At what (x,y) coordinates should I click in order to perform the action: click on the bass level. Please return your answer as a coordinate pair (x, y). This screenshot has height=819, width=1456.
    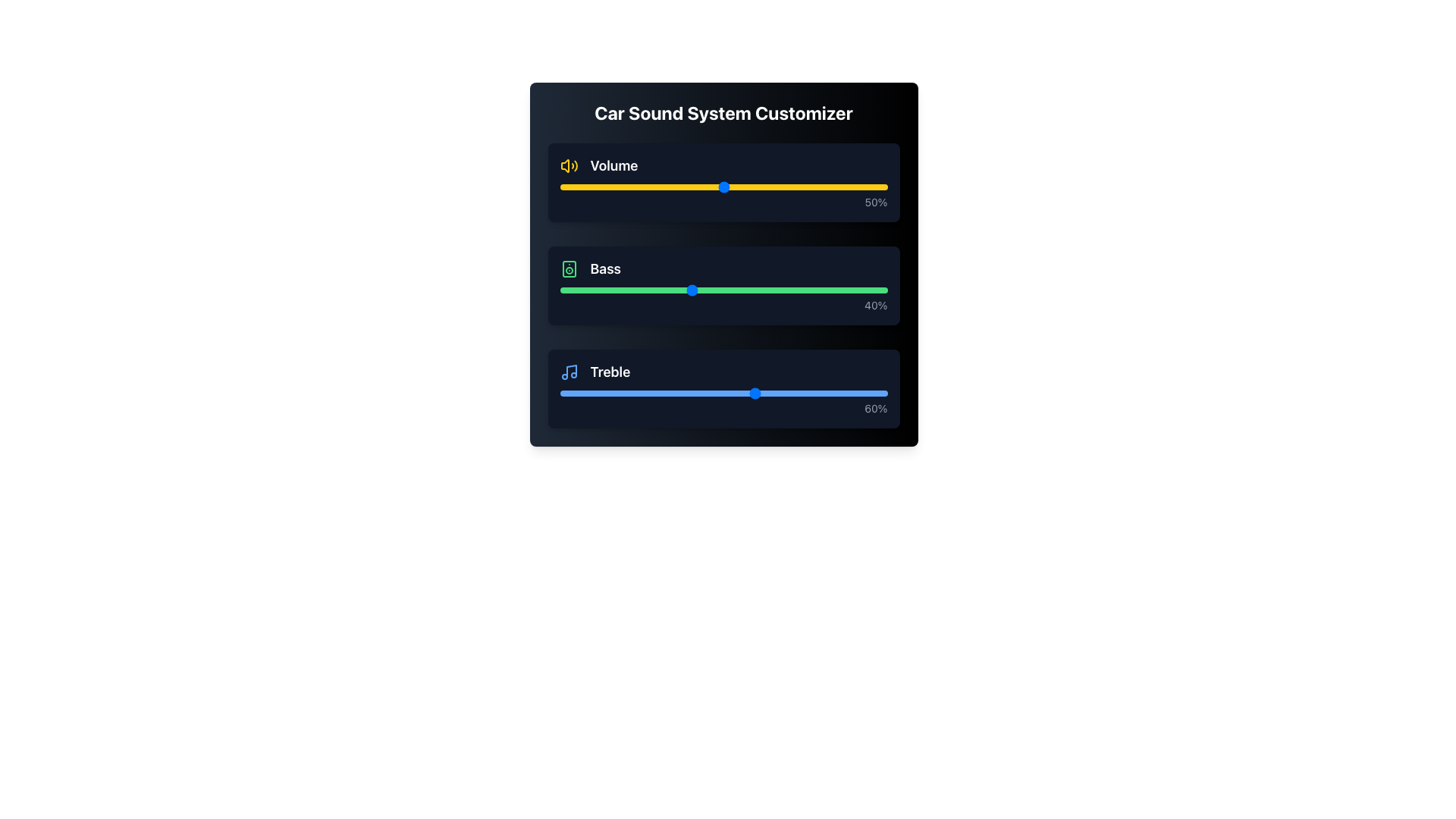
    Looking at the image, I should click on (642, 290).